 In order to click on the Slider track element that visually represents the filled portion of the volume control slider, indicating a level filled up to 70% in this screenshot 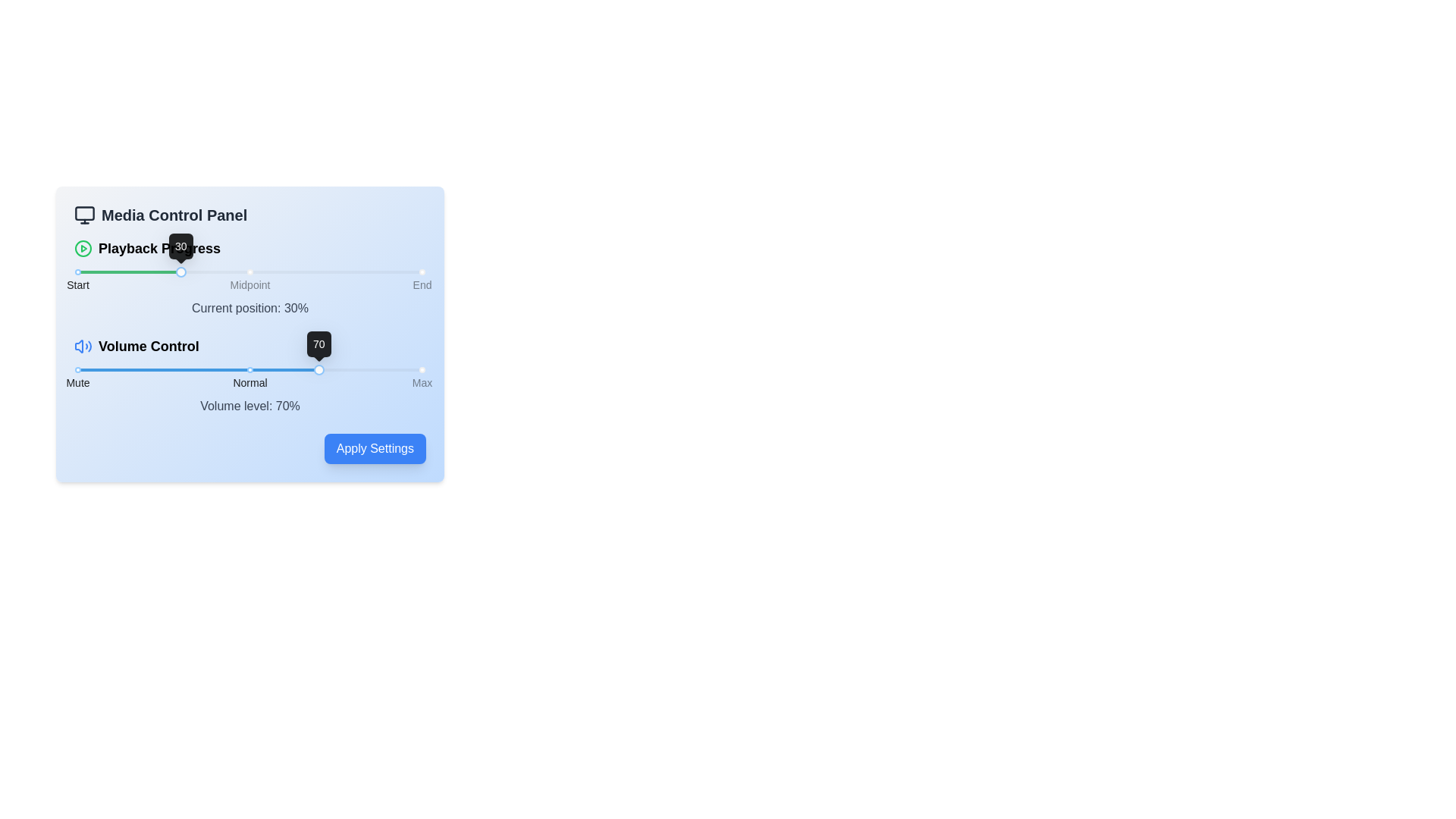, I will do `click(197, 370)`.